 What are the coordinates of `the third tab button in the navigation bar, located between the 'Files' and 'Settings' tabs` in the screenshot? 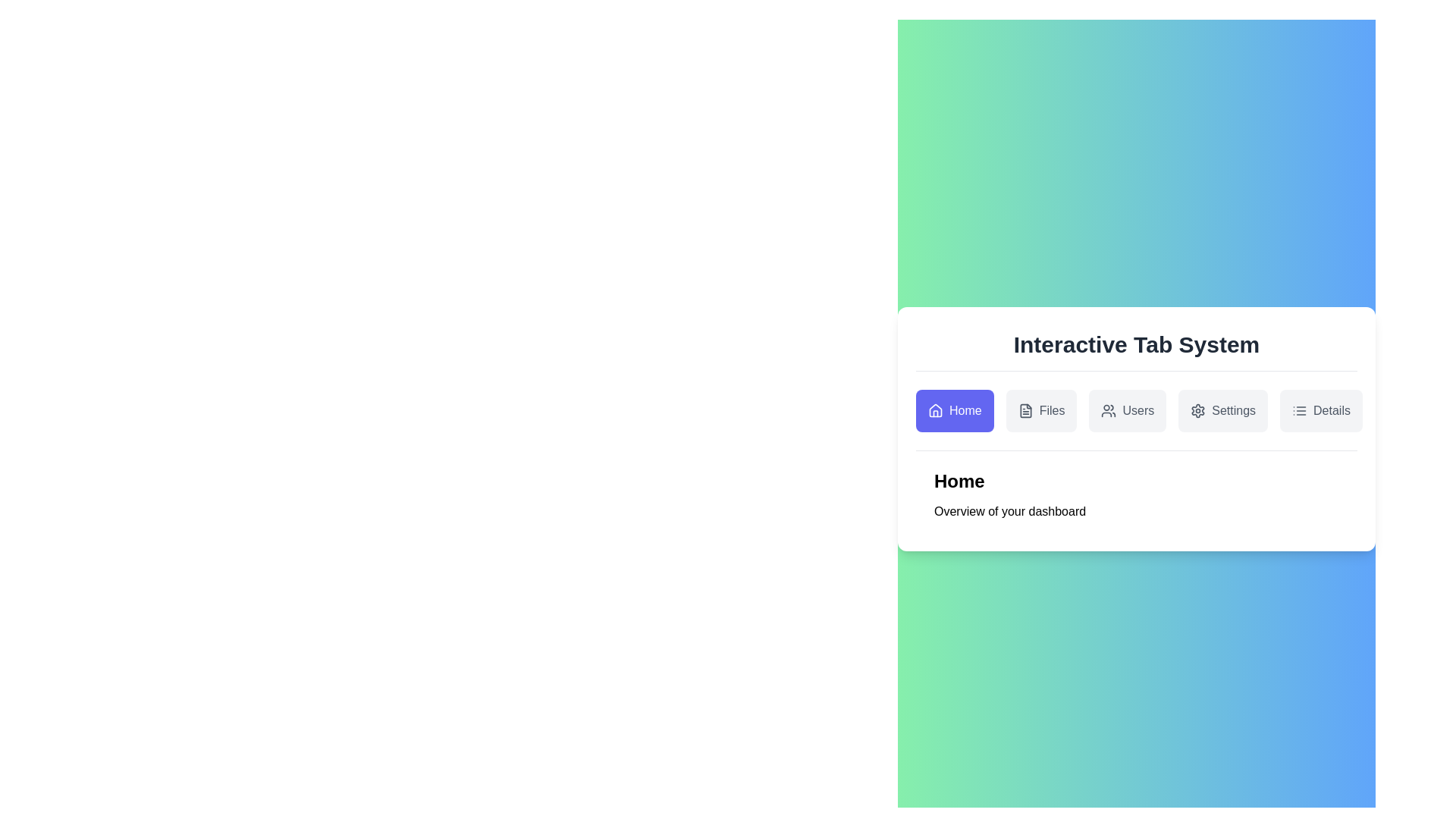 It's located at (1128, 411).